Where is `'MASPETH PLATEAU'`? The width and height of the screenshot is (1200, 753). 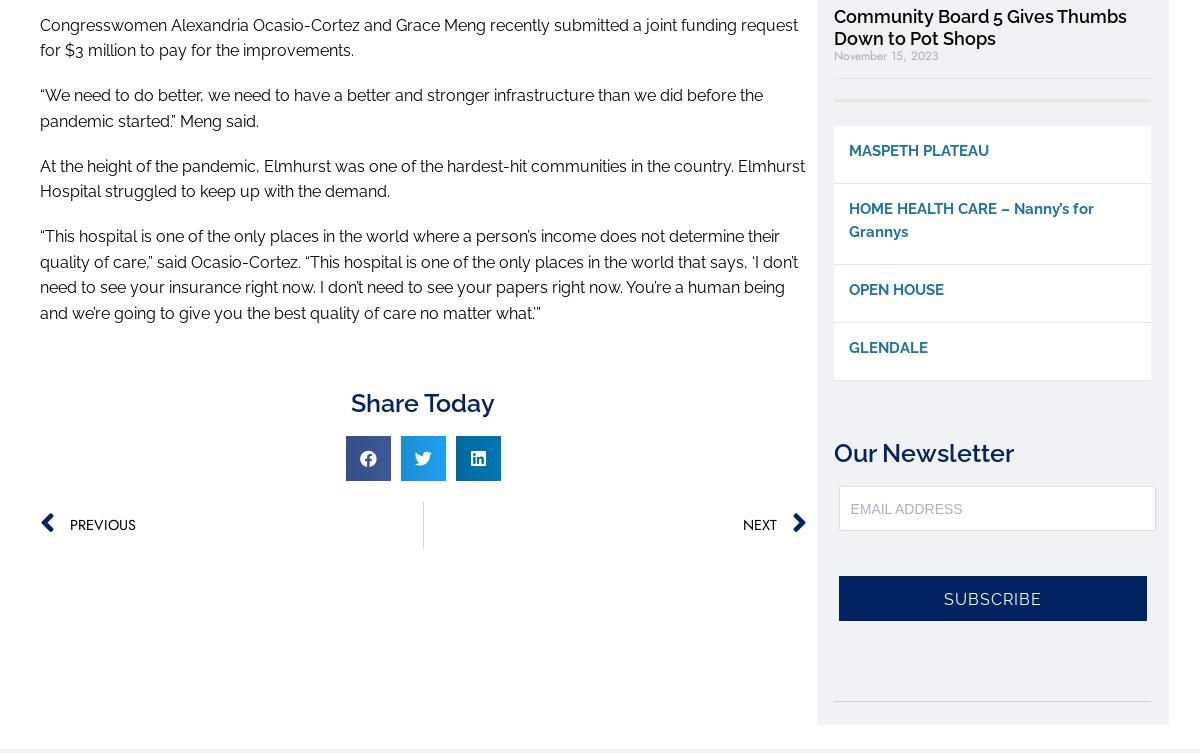
'MASPETH PLATEAU' is located at coordinates (918, 149).